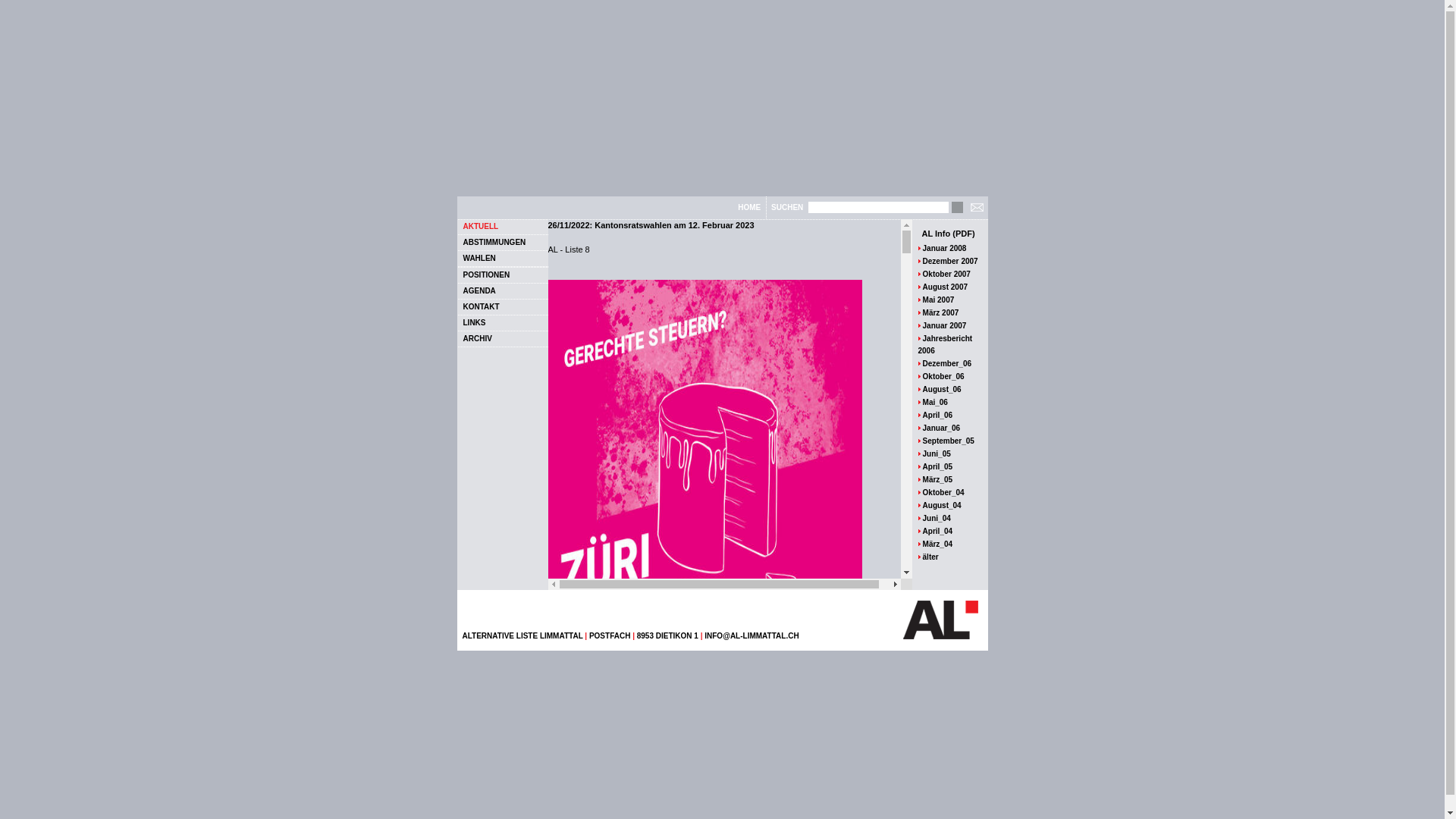  I want to click on 'Mai_06', so click(934, 400).